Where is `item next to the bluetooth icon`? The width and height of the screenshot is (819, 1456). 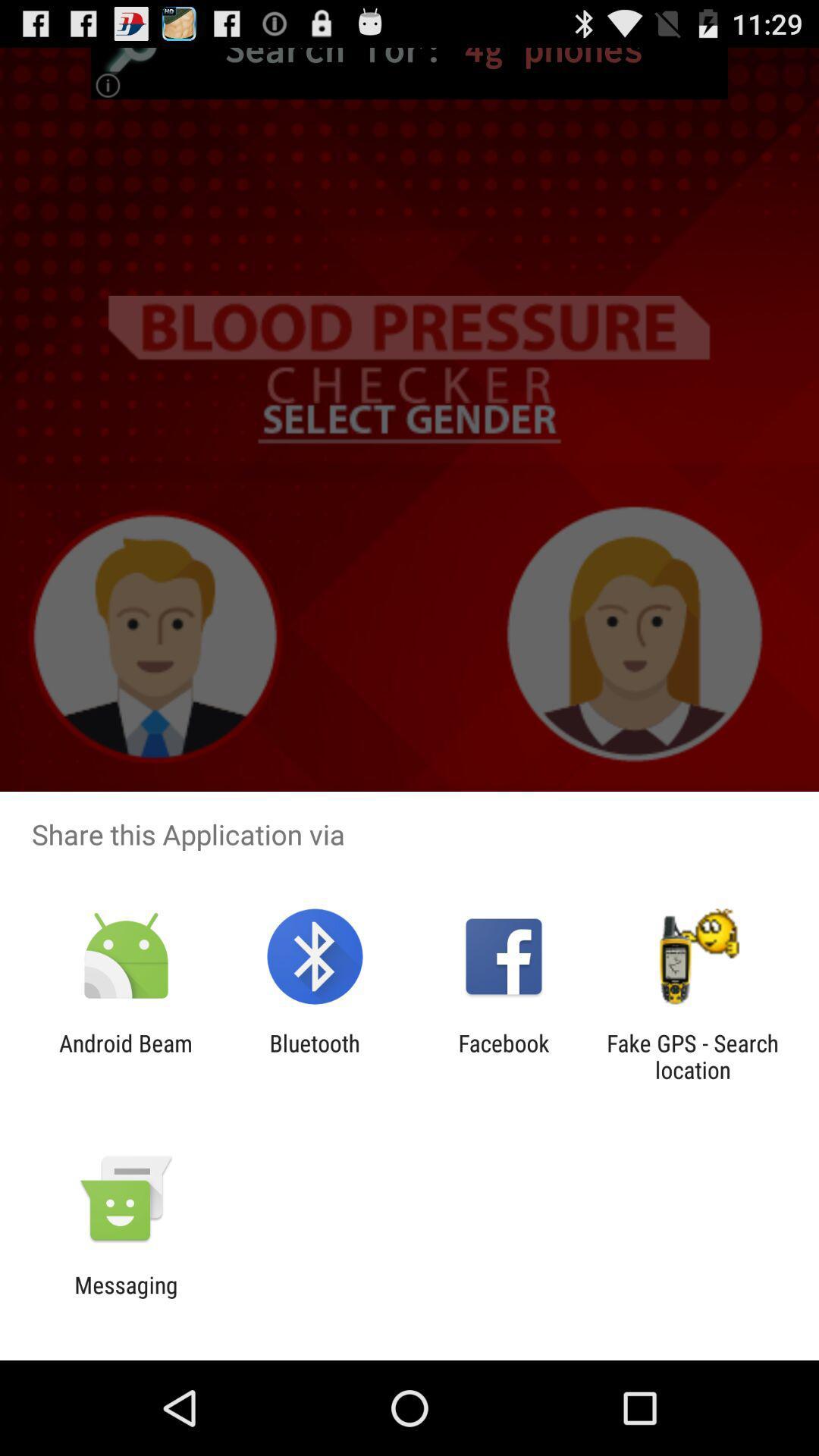
item next to the bluetooth icon is located at coordinates (125, 1056).